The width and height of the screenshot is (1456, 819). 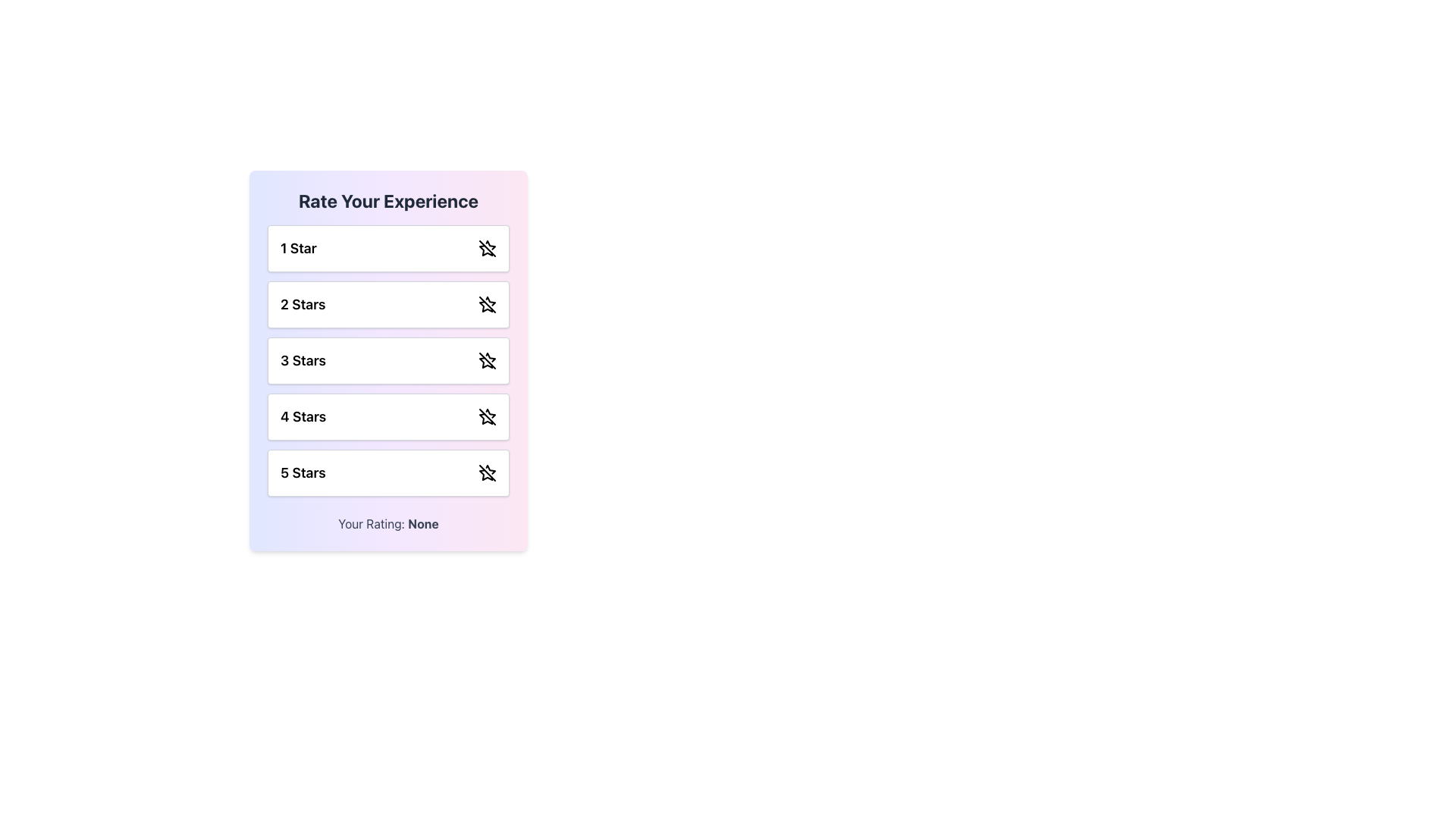 What do you see at coordinates (388, 522) in the screenshot?
I see `the static text element displaying the current rating selected by the user, located below the '5 Stars' text` at bounding box center [388, 522].